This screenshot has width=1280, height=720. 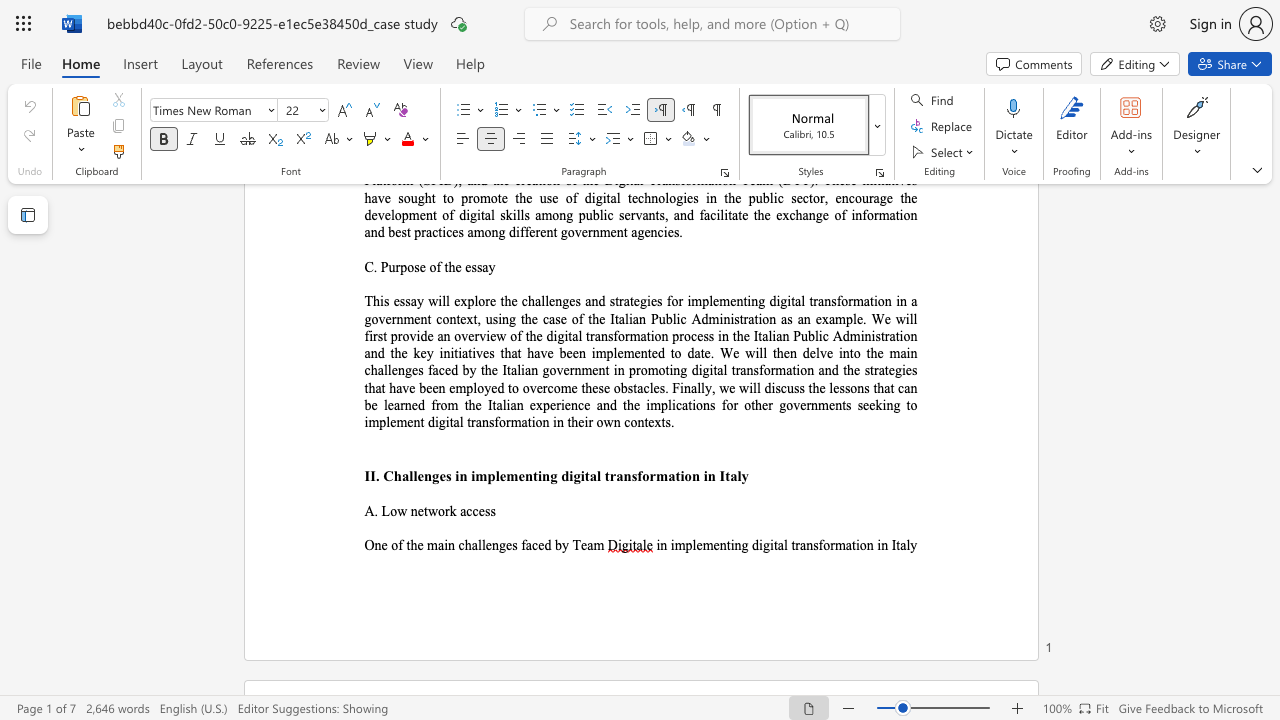 What do you see at coordinates (381, 510) in the screenshot?
I see `the subset text "Low network acces" within the text "A. Low network access"` at bounding box center [381, 510].